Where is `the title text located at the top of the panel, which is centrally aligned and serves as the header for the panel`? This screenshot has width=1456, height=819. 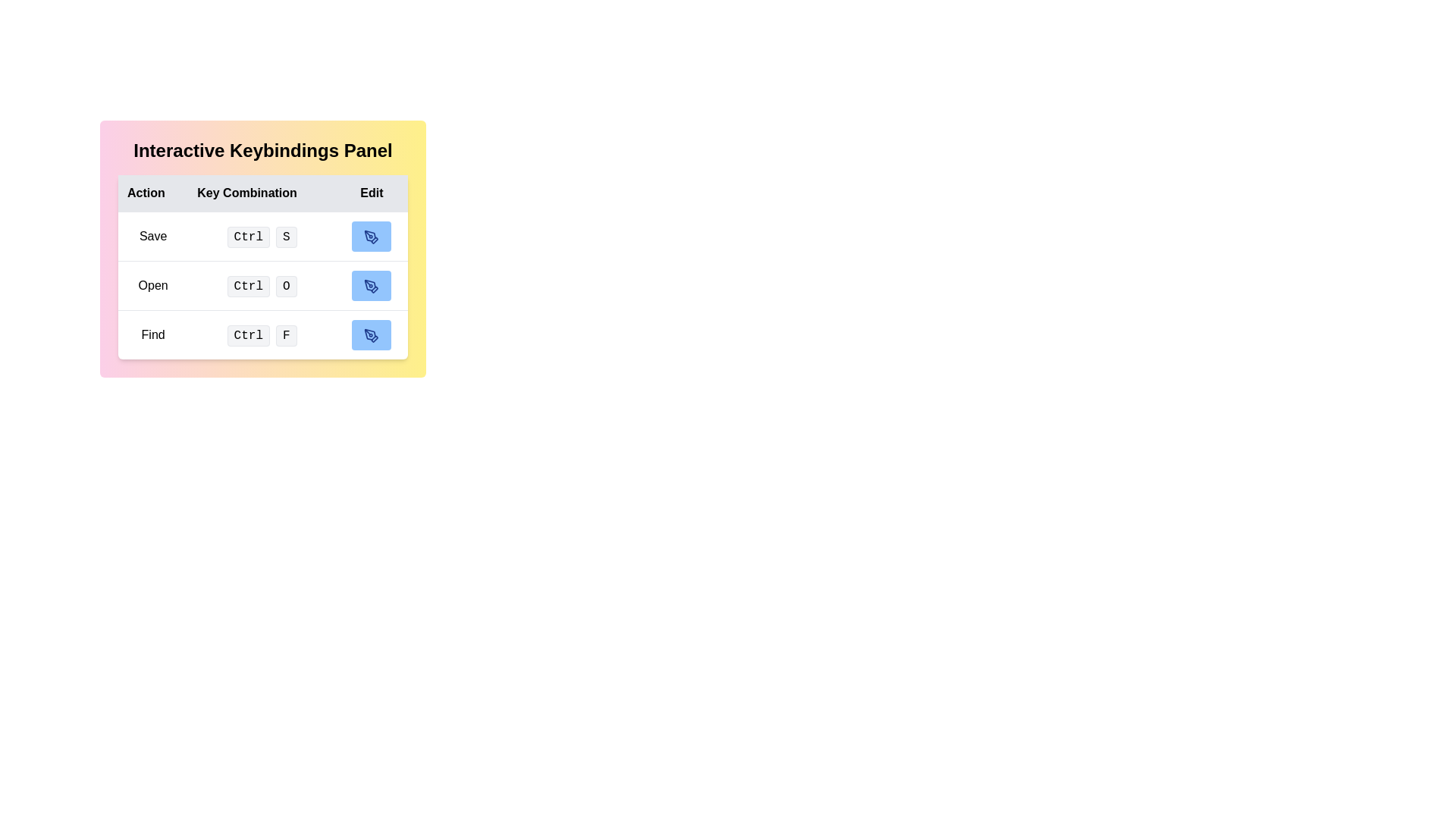 the title text located at the top of the panel, which is centrally aligned and serves as the header for the panel is located at coordinates (262, 151).